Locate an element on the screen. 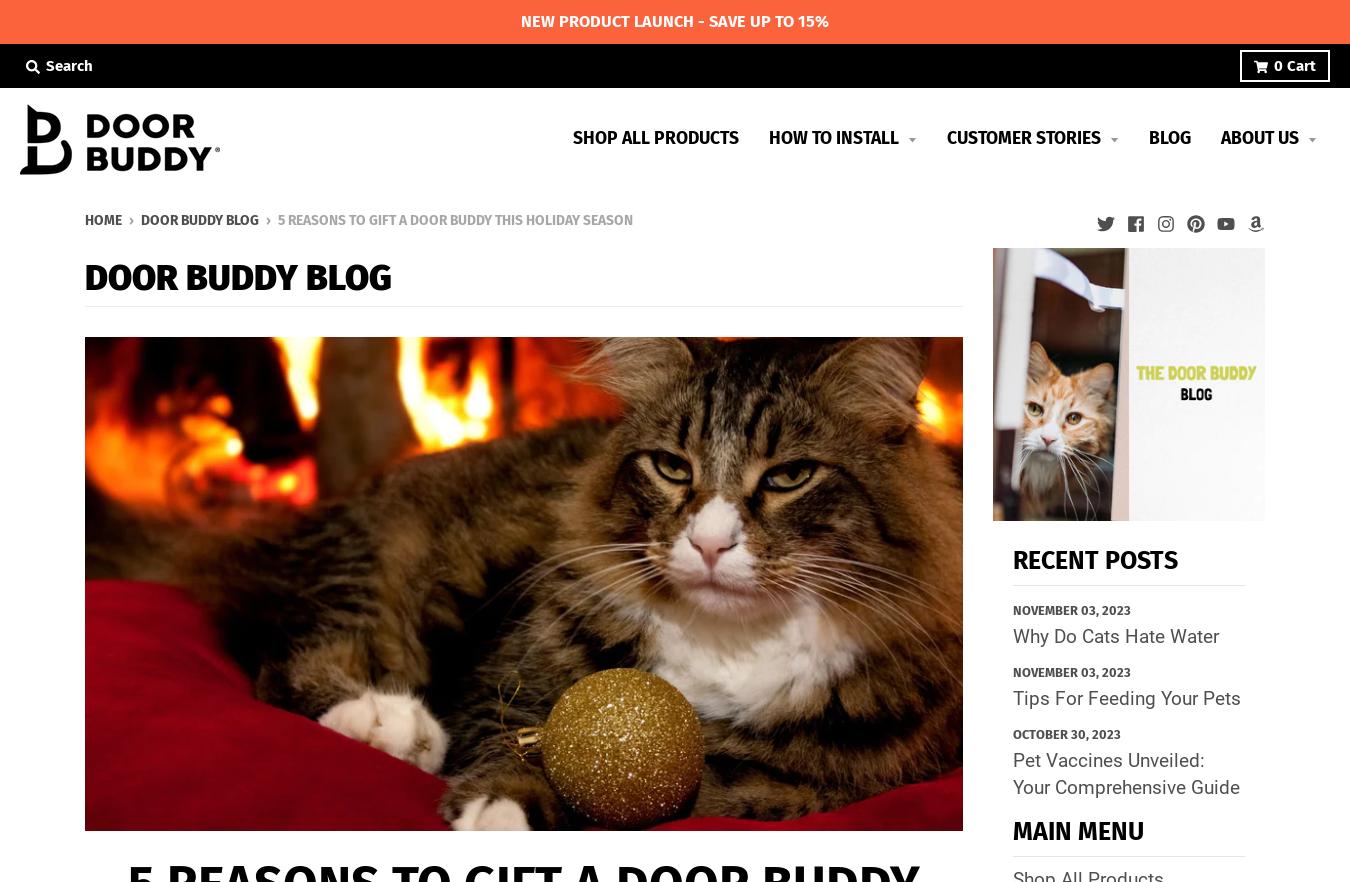 The height and width of the screenshot is (882, 1350). 'Tips For Feeding Your Pets' is located at coordinates (1125, 698).